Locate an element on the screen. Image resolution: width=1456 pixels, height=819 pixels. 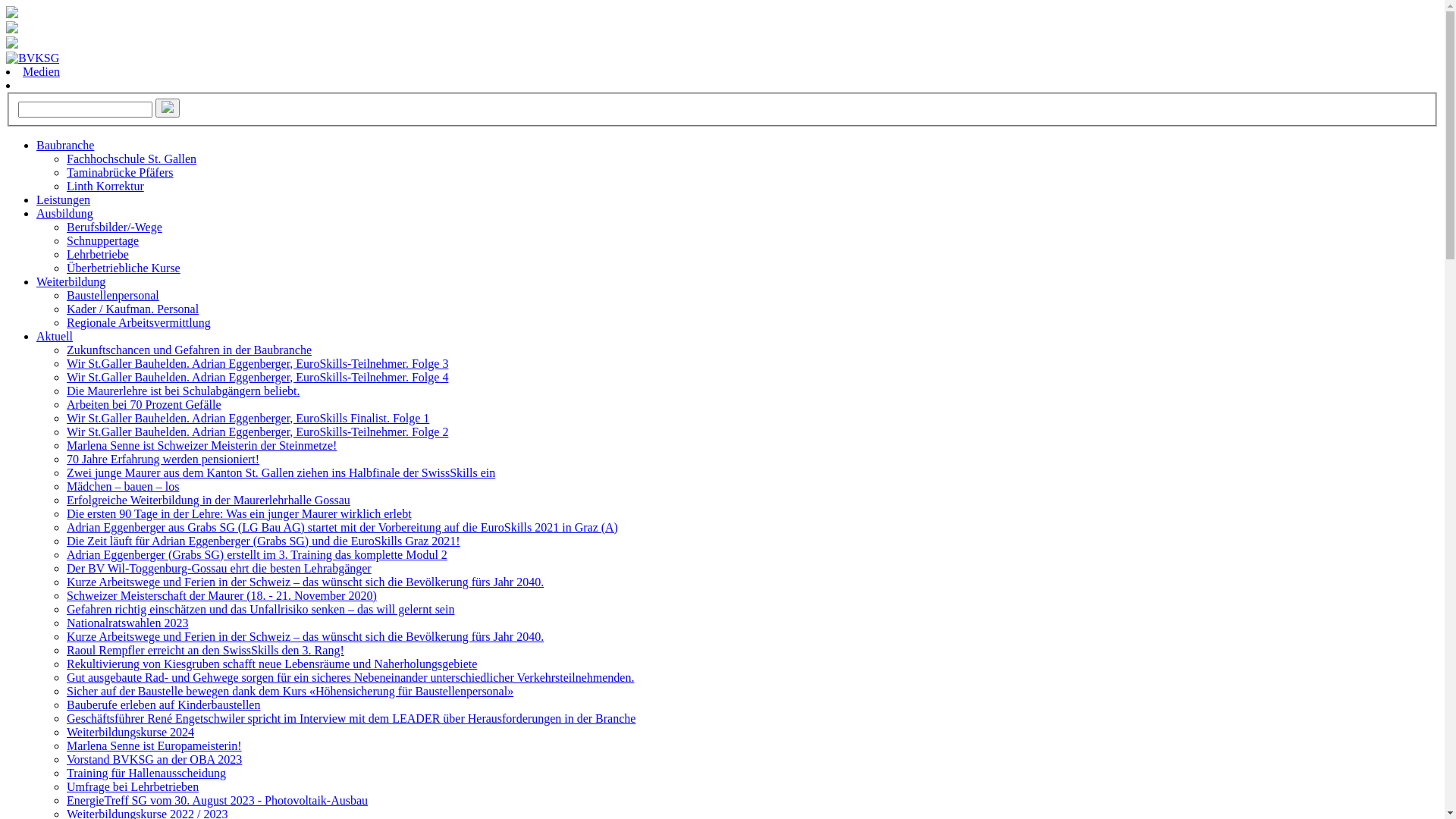
'Baubranche' is located at coordinates (64, 145).